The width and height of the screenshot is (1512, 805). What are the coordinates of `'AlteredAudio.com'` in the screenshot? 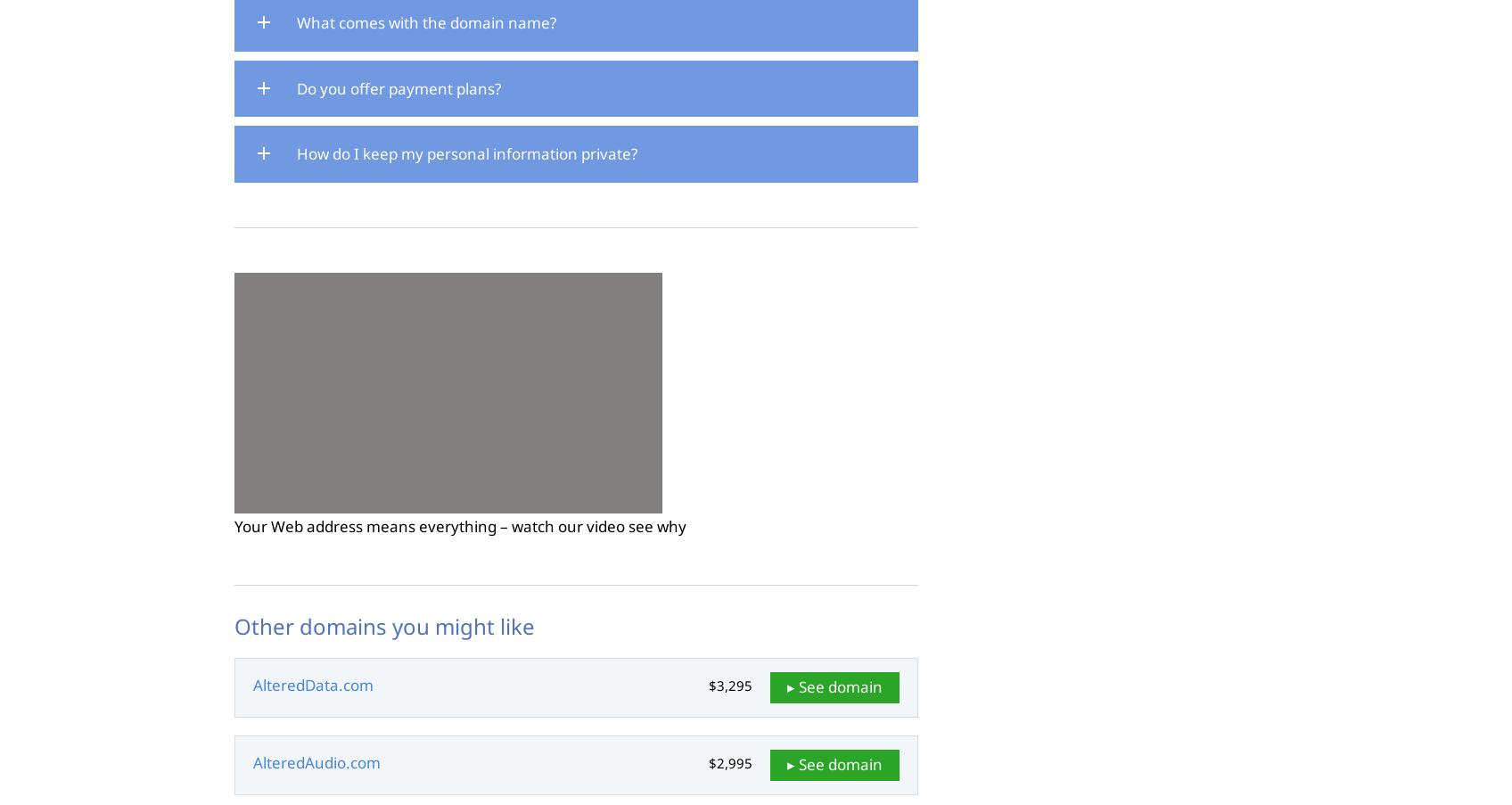 It's located at (253, 762).